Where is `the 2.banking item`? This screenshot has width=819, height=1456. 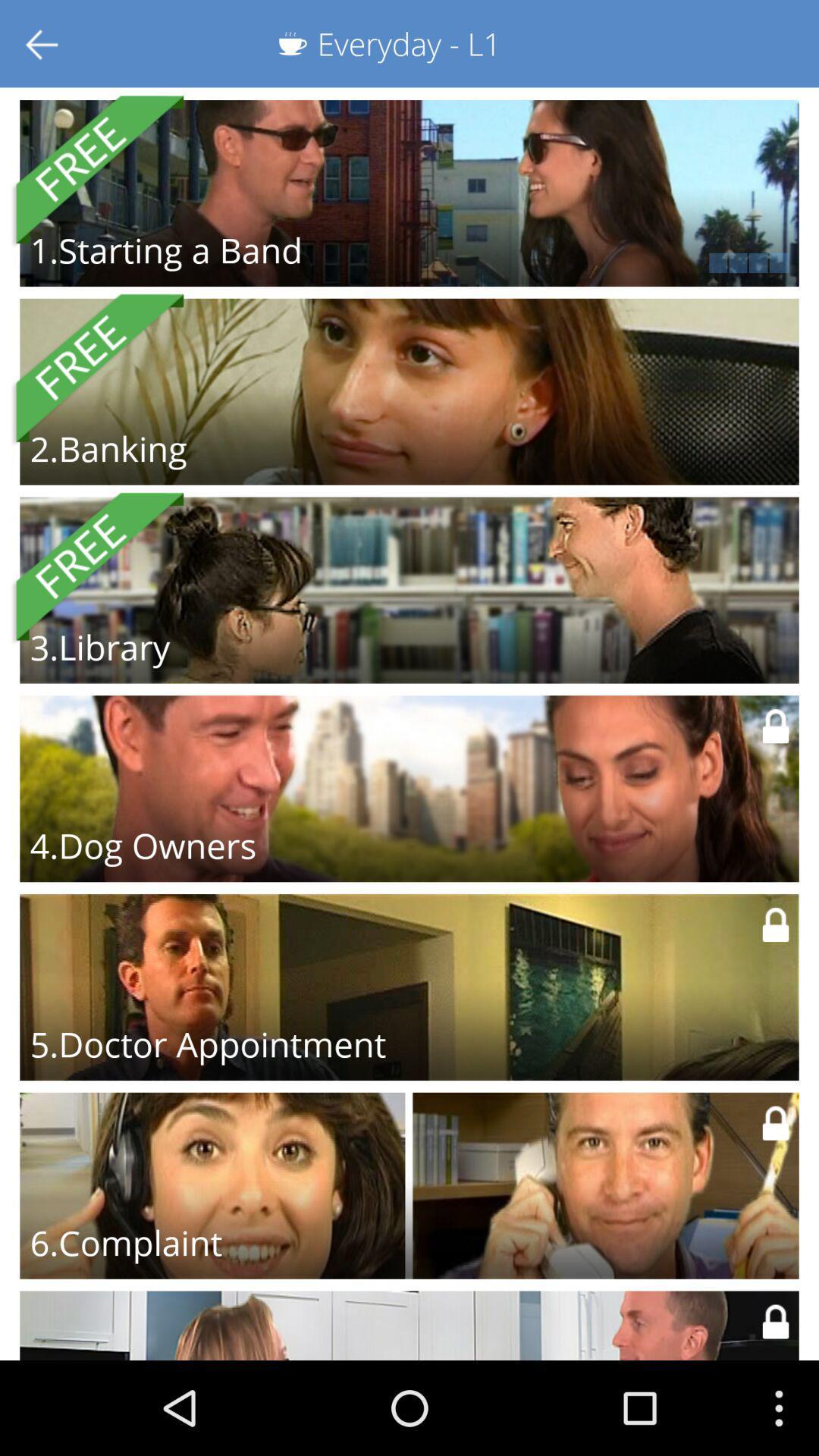
the 2.banking item is located at coordinates (108, 447).